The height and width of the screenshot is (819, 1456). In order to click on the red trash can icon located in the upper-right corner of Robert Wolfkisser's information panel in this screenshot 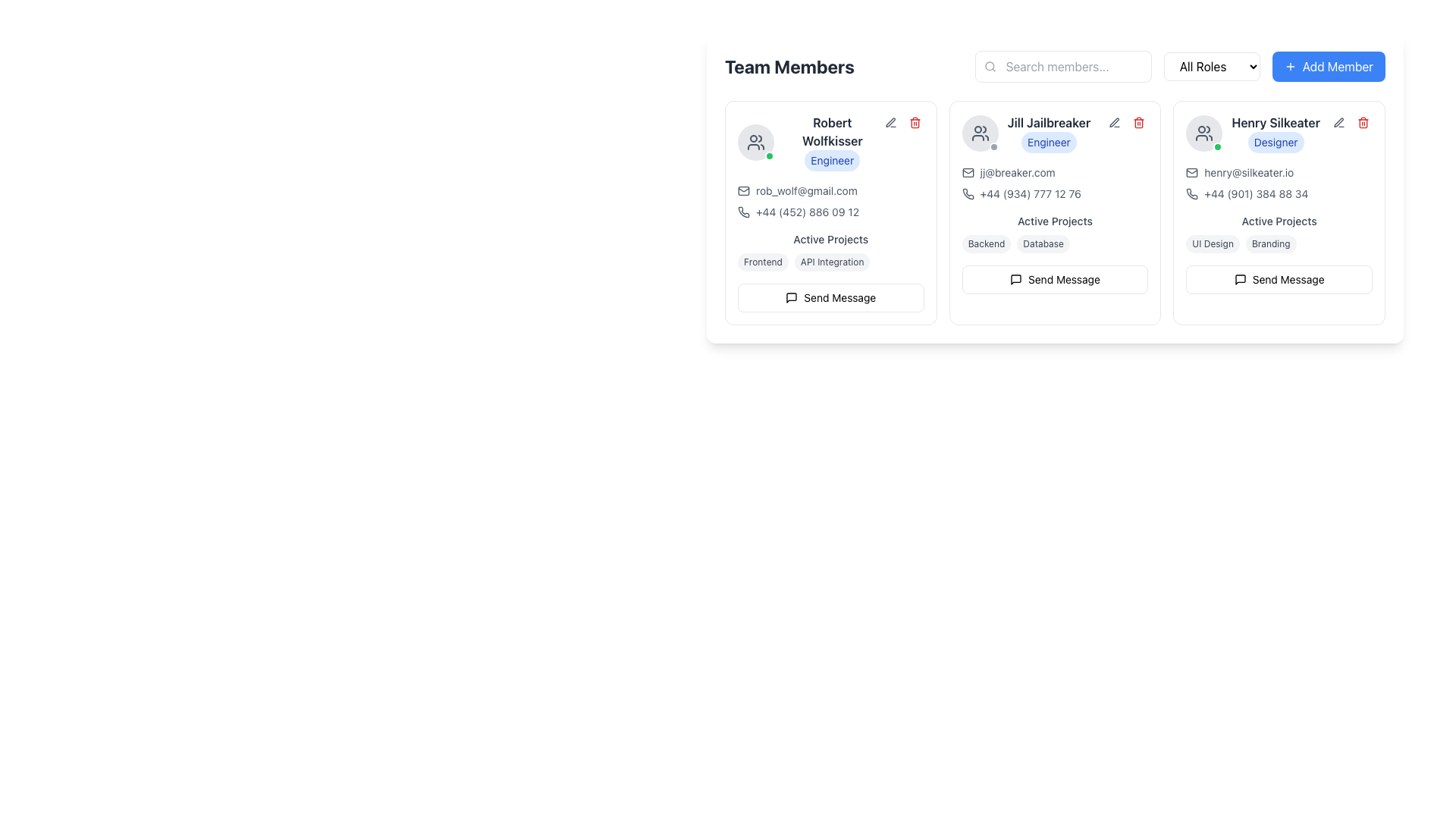, I will do `click(914, 123)`.